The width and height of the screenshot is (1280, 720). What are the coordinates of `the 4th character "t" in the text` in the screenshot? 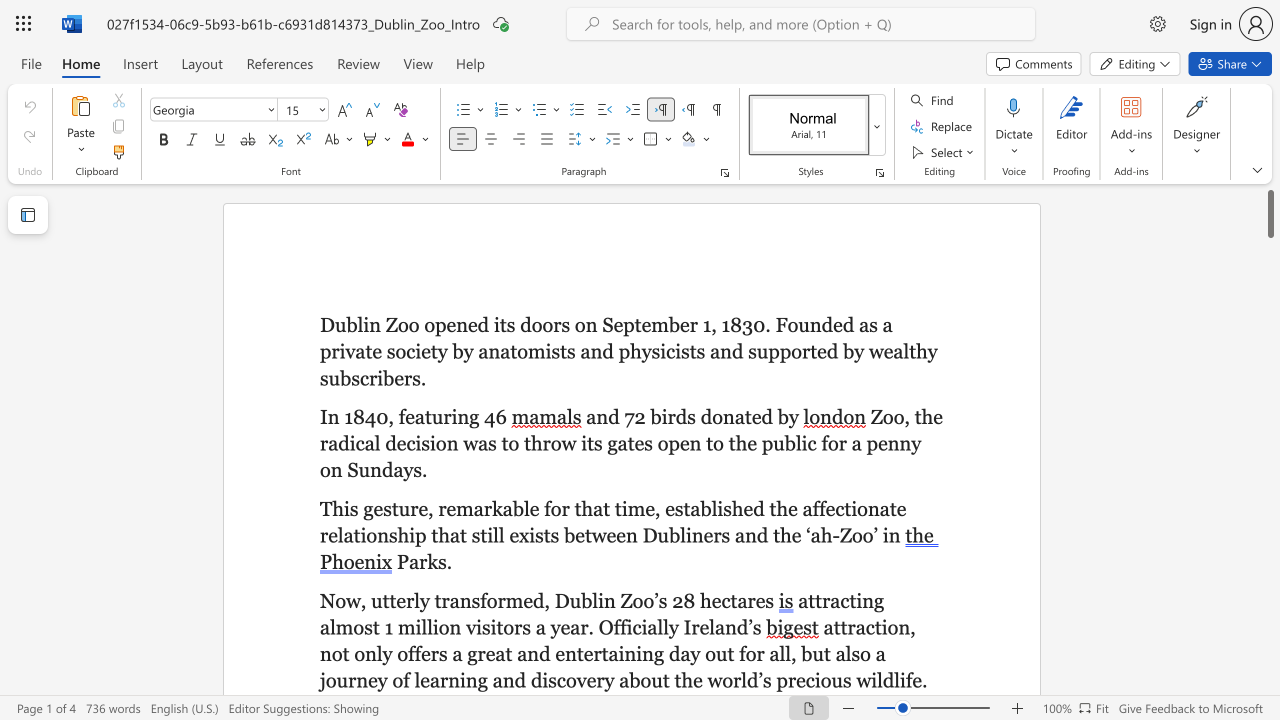 It's located at (346, 654).